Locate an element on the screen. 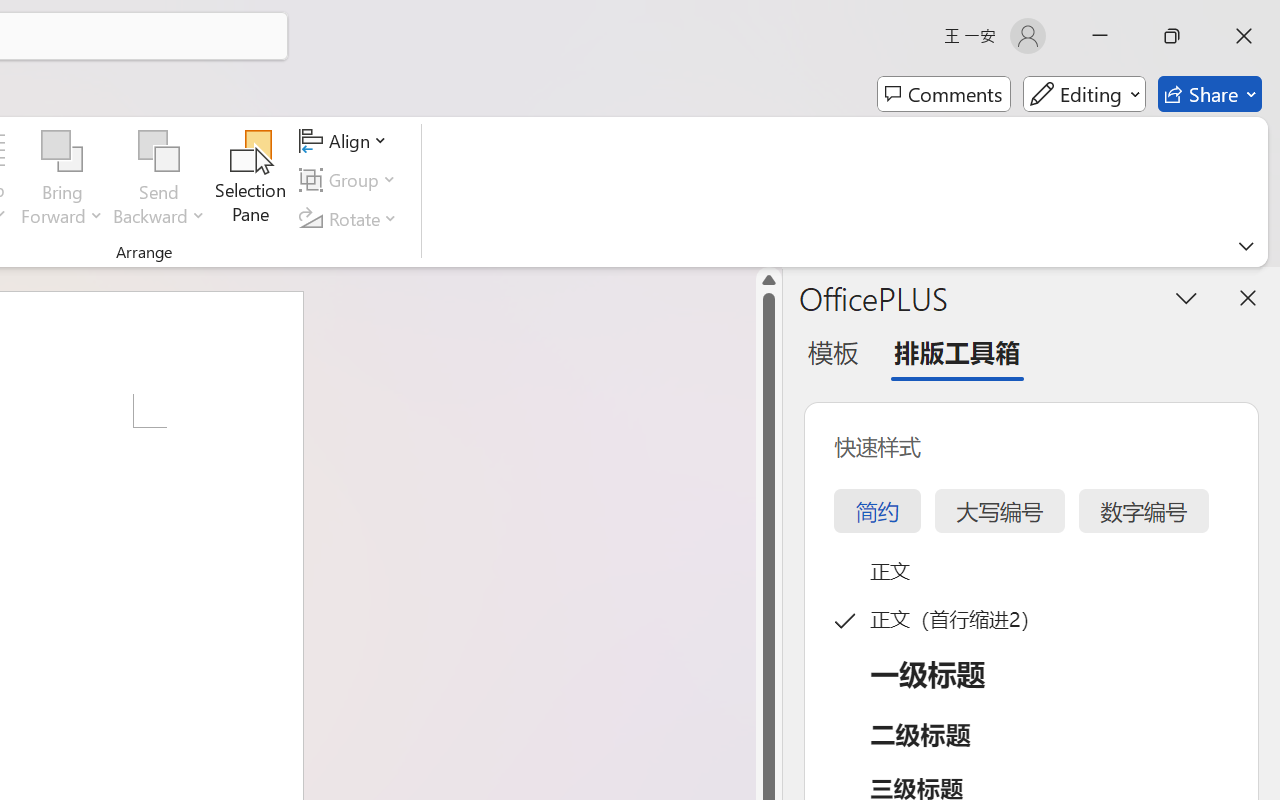  'Bring Forward' is located at coordinates (62, 151).